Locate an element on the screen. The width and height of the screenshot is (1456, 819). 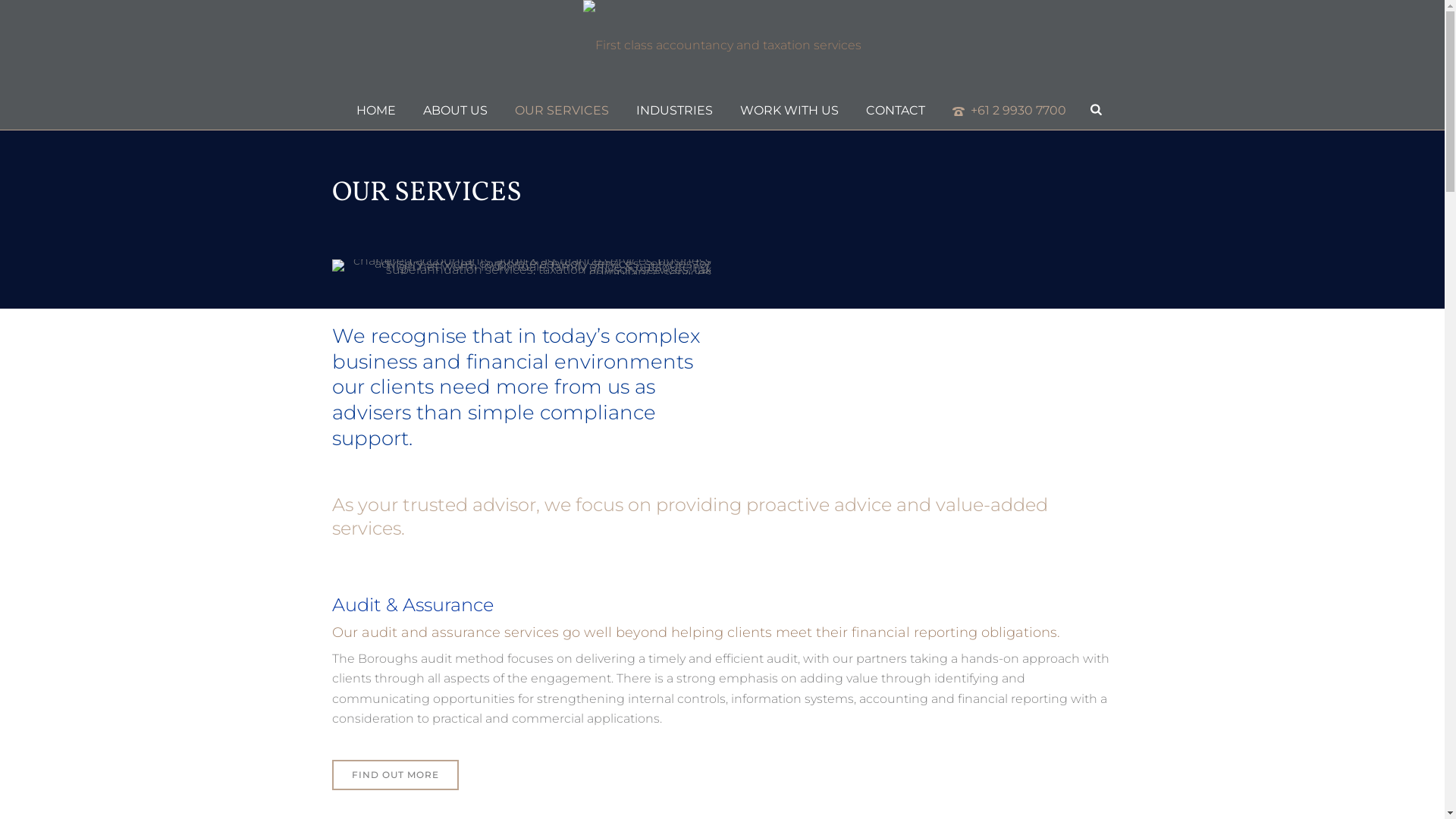
'CONTACT' is located at coordinates (895, 109).